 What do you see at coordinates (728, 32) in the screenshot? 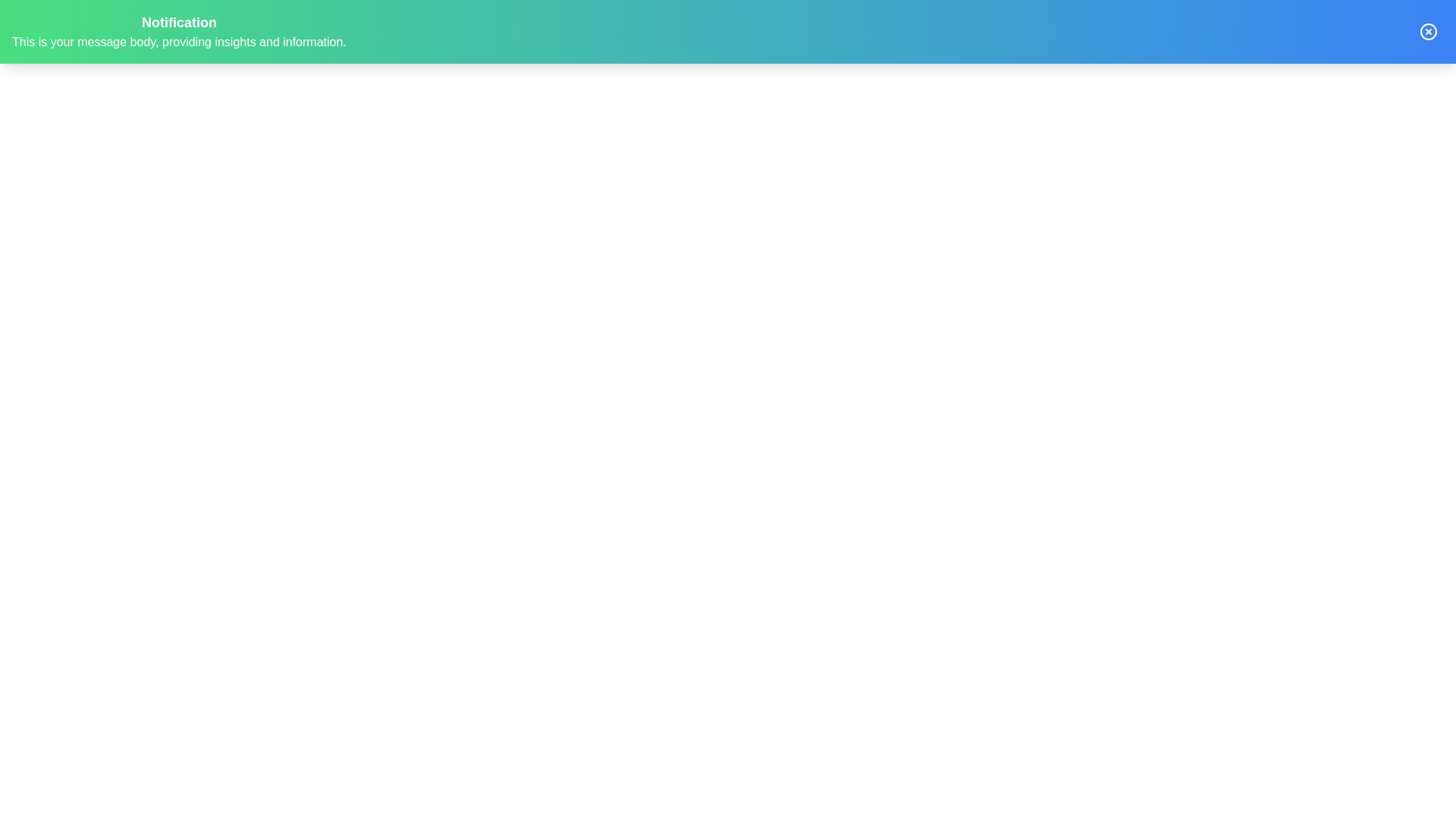
I see `the notification bar to highlight it` at bounding box center [728, 32].